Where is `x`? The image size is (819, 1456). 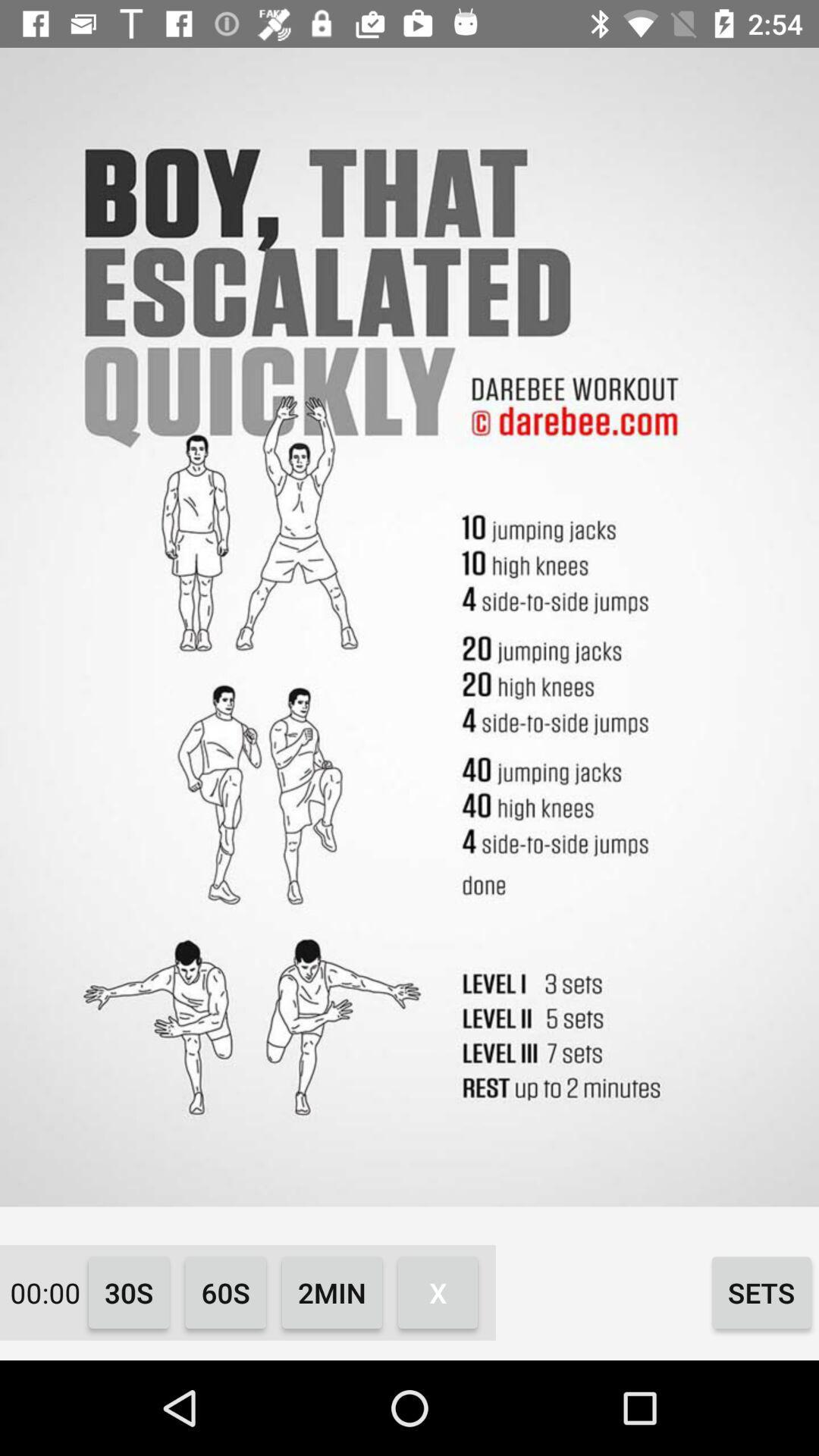 x is located at coordinates (438, 1291).